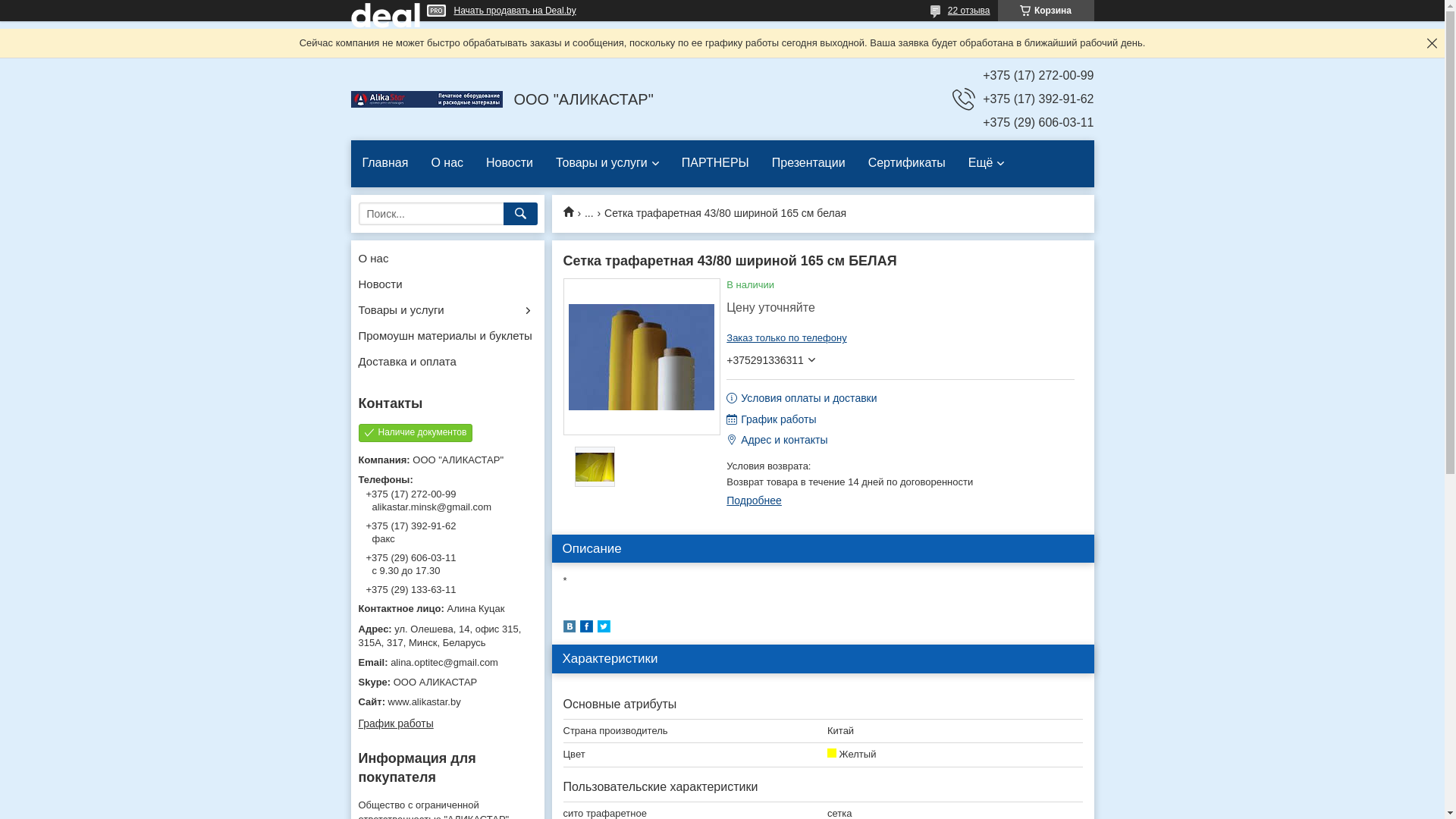  I want to click on 'facebook', so click(585, 629).